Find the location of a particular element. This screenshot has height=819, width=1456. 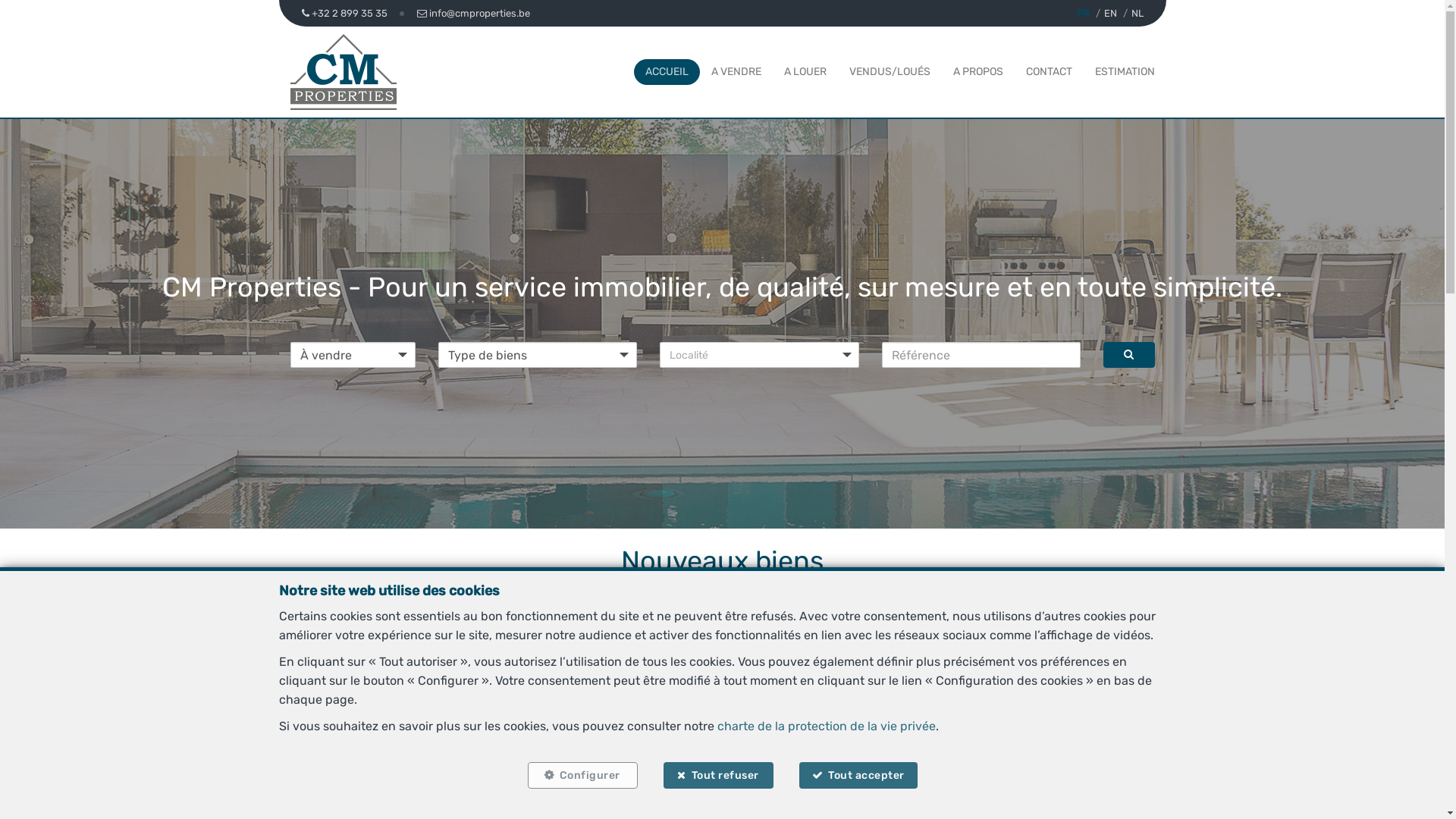

'ESTIMATION' is located at coordinates (1125, 71).